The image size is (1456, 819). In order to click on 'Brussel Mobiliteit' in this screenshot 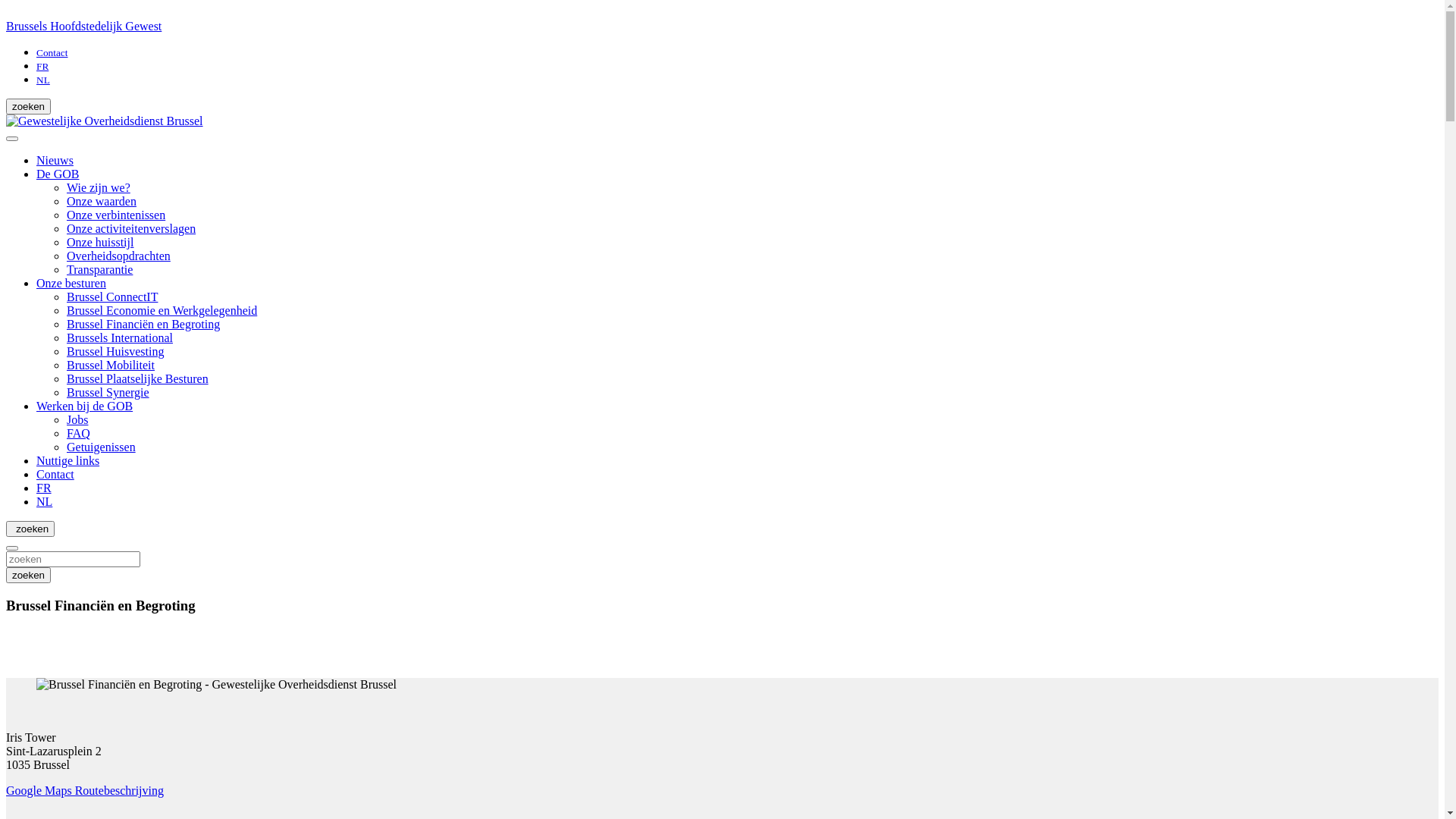, I will do `click(109, 365)`.